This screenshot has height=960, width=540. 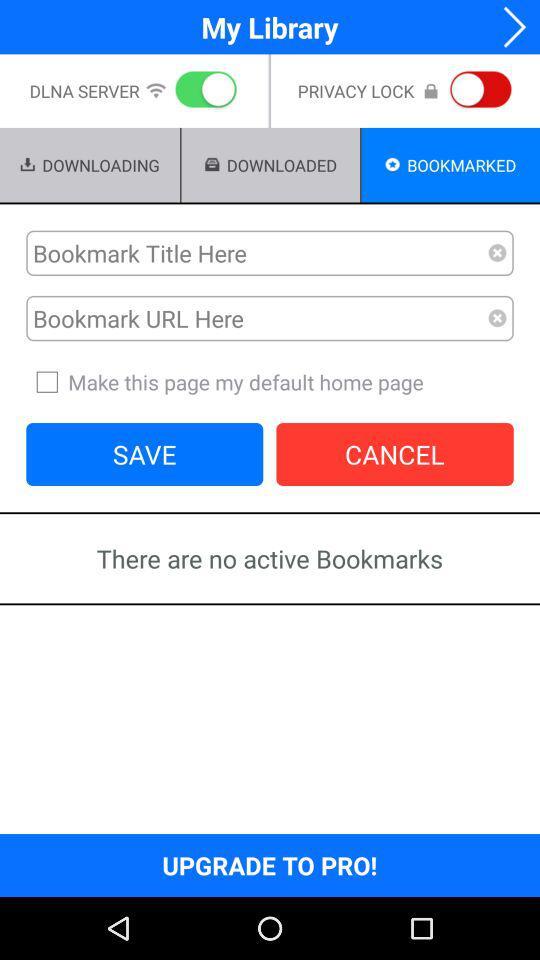 I want to click on privacy button keep privacy option always on, so click(x=476, y=91).